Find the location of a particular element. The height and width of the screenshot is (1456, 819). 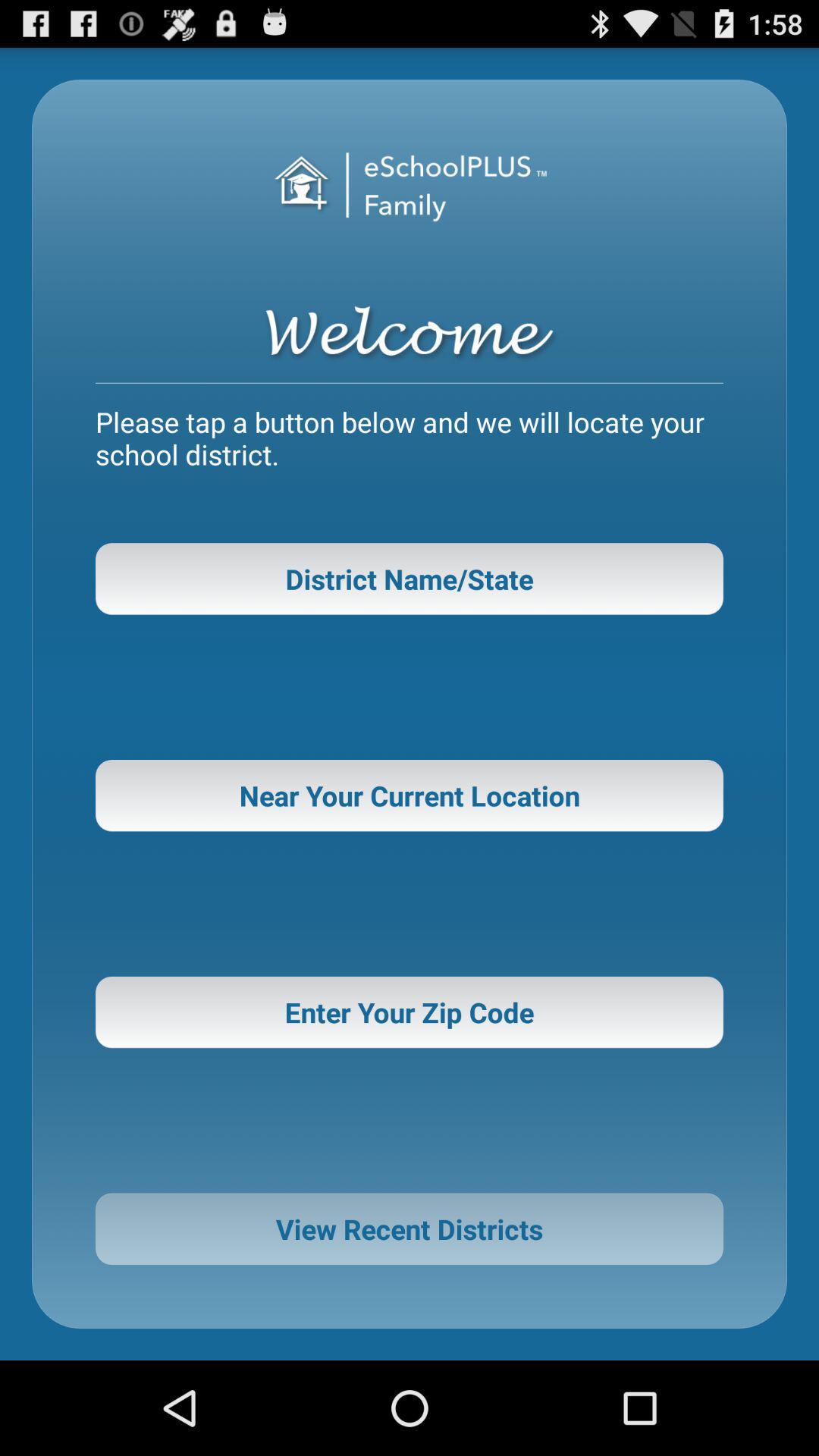

near your current is located at coordinates (409, 795).